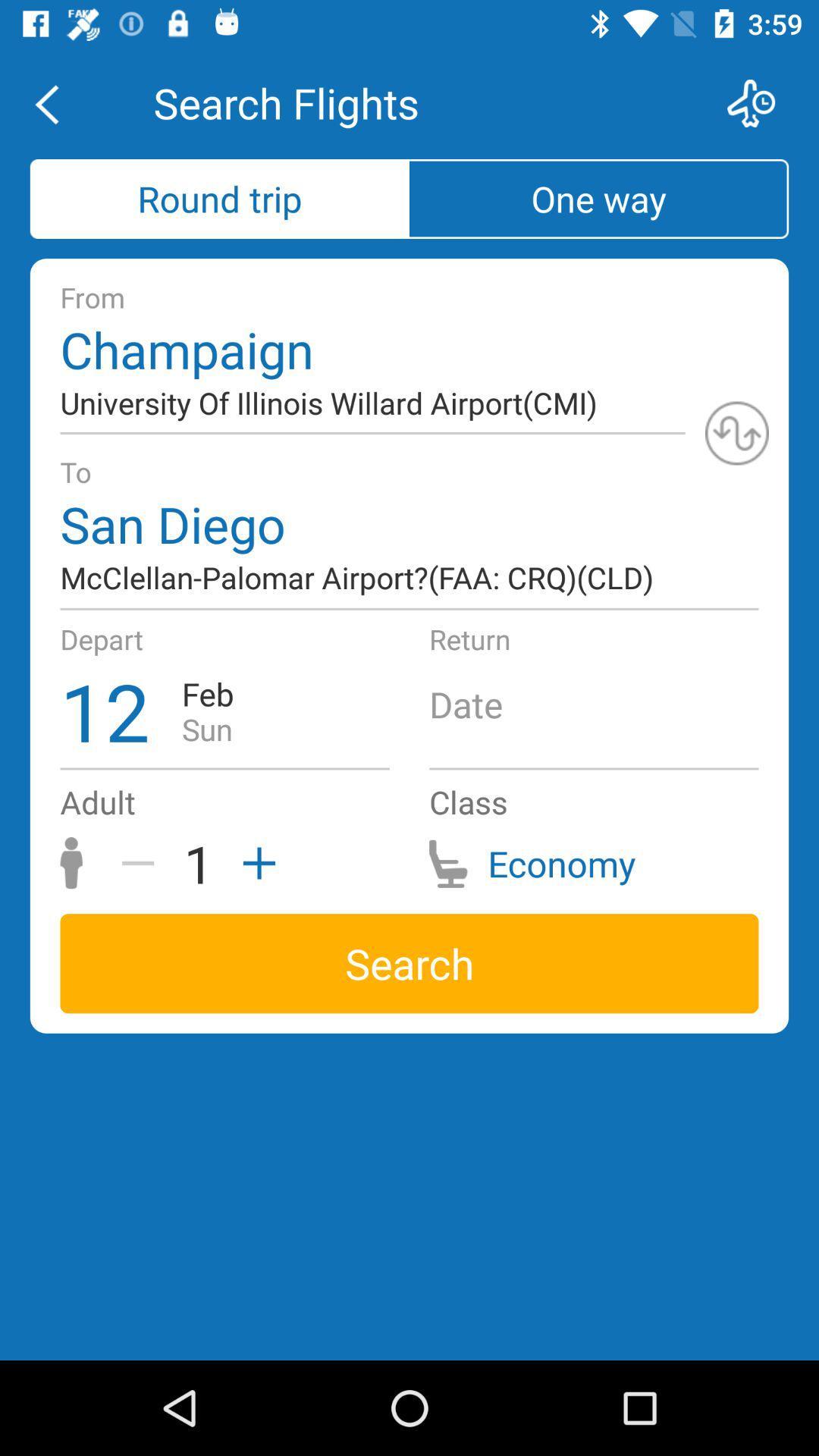  I want to click on the minus icon, so click(143, 863).